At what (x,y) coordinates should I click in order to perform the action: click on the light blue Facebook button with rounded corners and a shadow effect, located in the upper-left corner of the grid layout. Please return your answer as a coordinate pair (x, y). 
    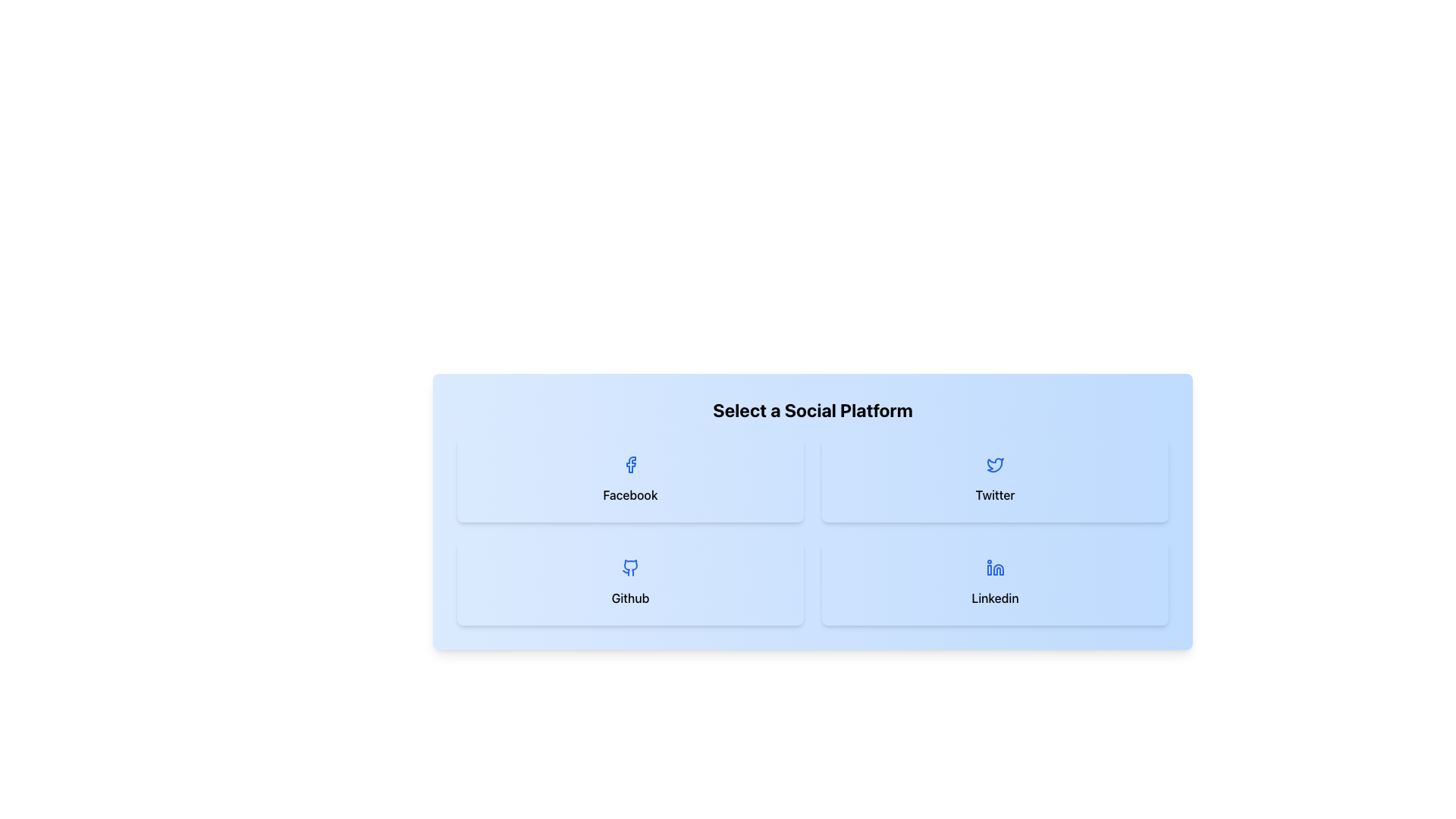
    Looking at the image, I should click on (630, 479).